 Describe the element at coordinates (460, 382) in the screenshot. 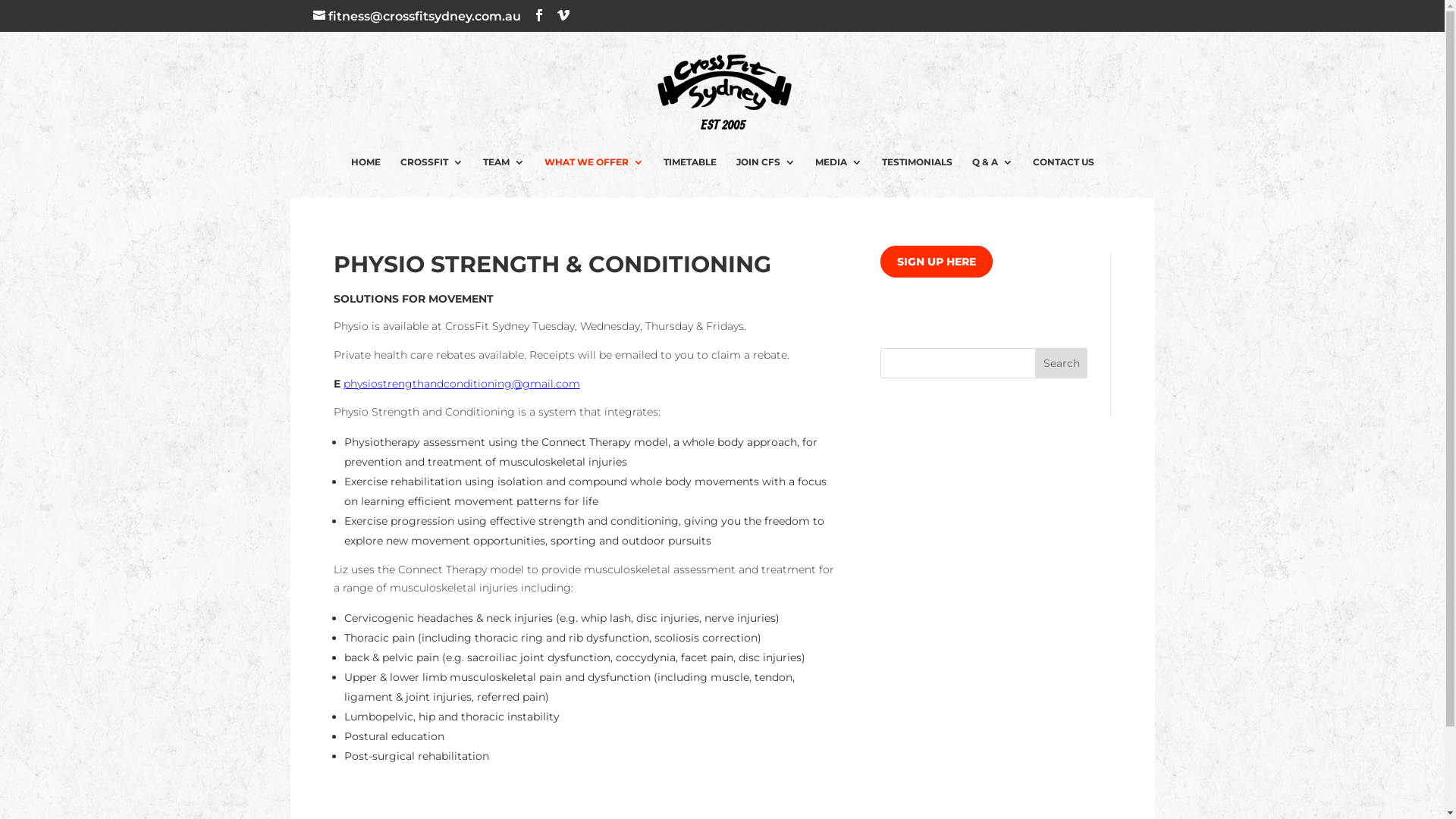

I see `'physiostrengthandconditioning@gmail.com'` at that location.